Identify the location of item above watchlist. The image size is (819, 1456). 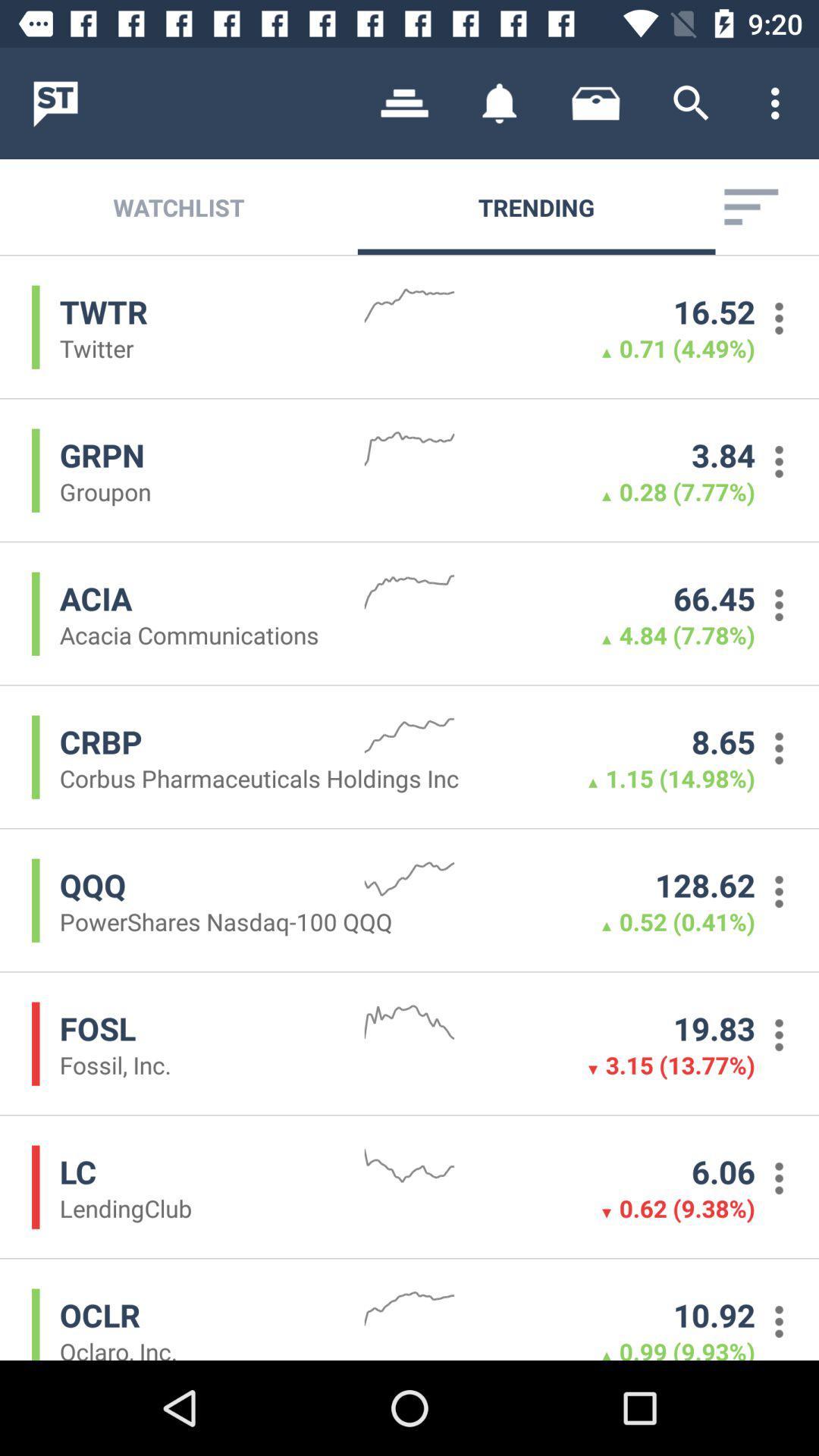
(403, 102).